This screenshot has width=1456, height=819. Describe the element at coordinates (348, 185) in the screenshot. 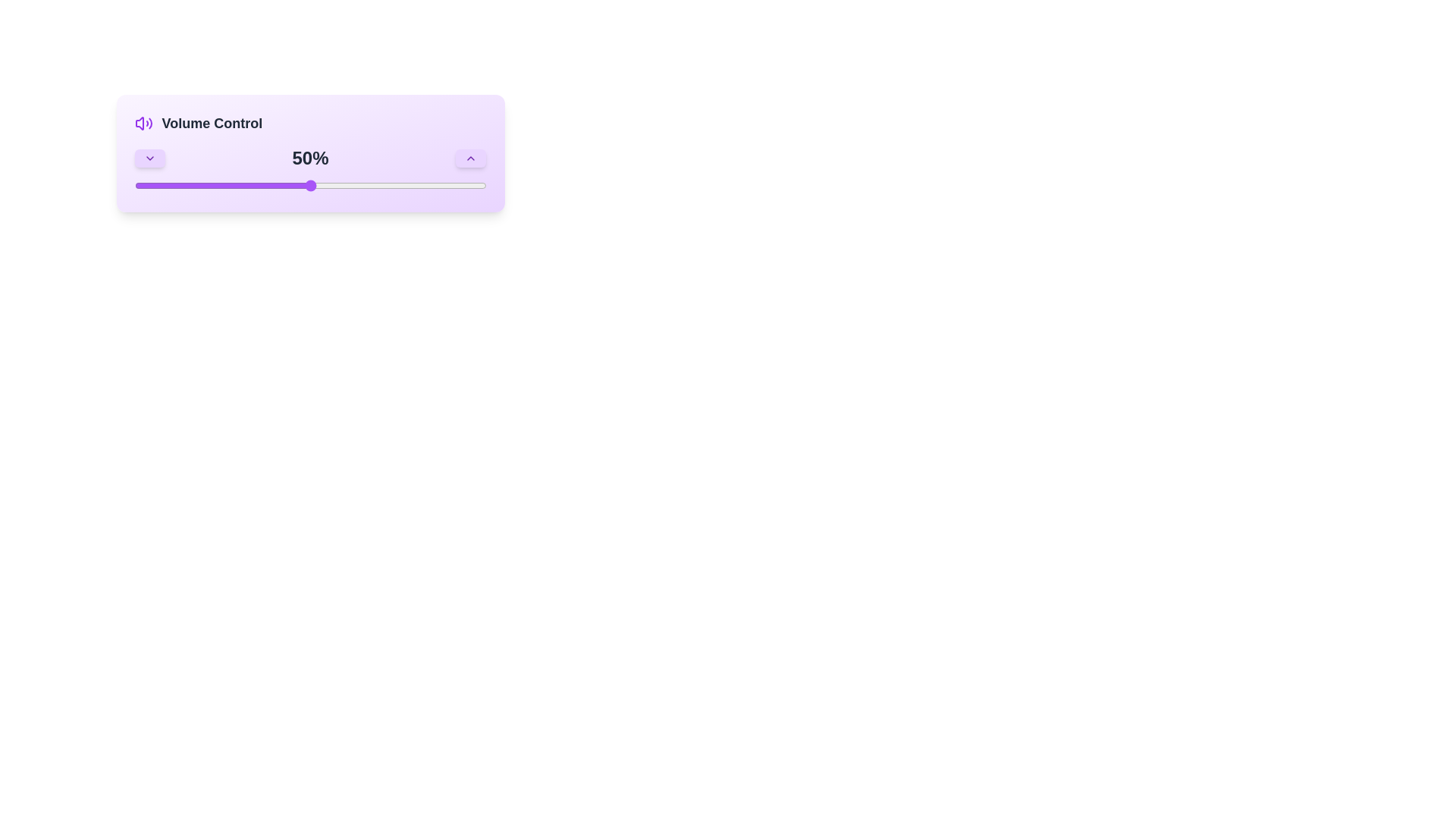

I see `the volume slider` at that location.